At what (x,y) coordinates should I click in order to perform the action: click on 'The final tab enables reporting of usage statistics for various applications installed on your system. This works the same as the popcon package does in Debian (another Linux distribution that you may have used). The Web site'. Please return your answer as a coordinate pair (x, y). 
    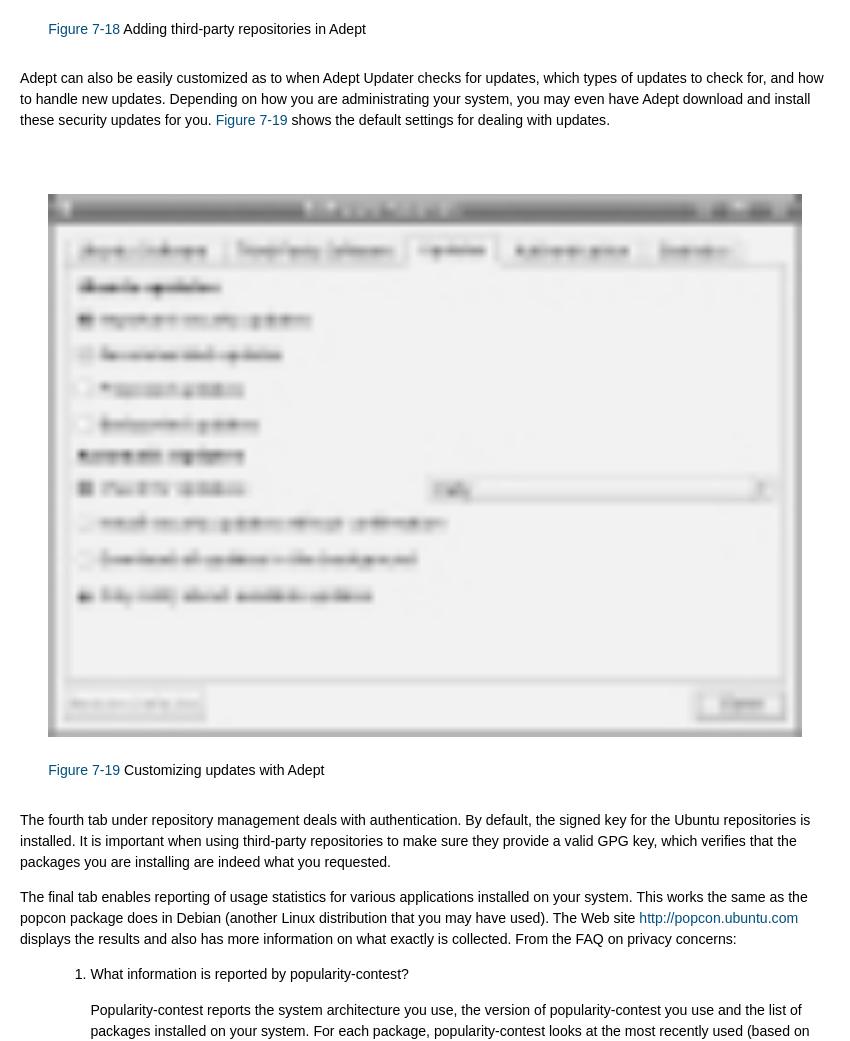
    Looking at the image, I should click on (413, 906).